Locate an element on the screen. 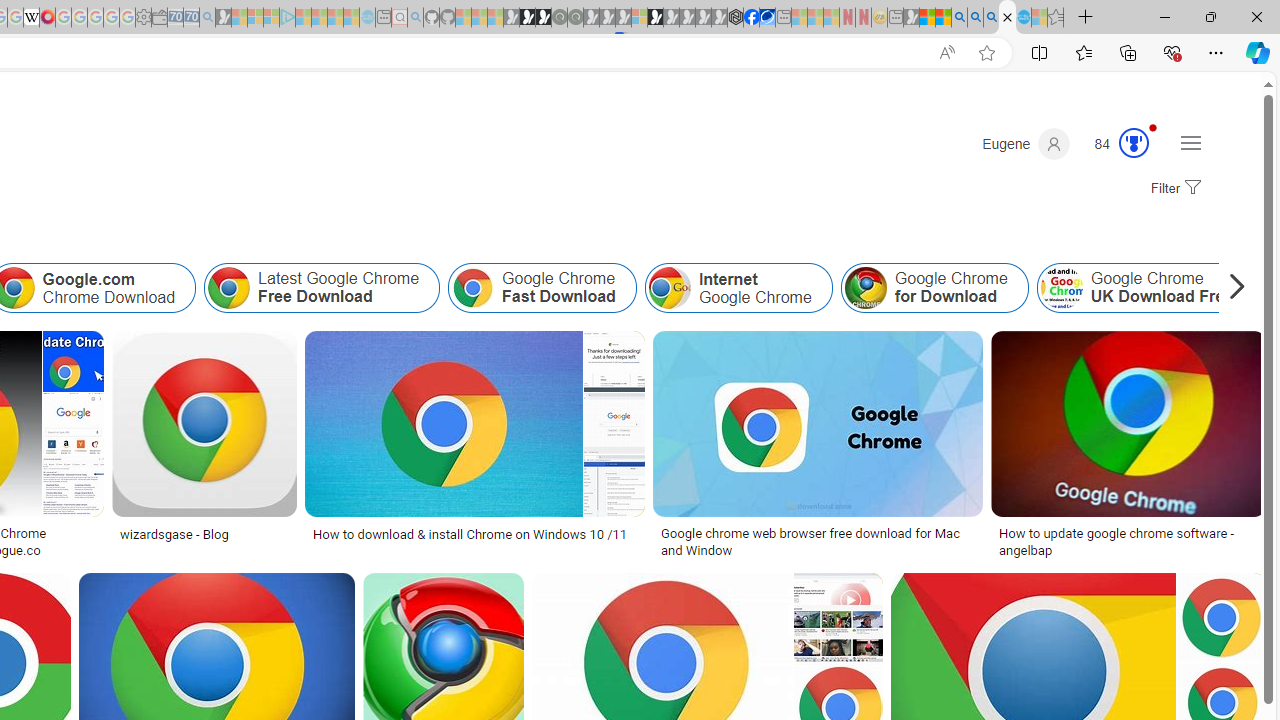  'Wallet - Sleeping' is located at coordinates (160, 17).